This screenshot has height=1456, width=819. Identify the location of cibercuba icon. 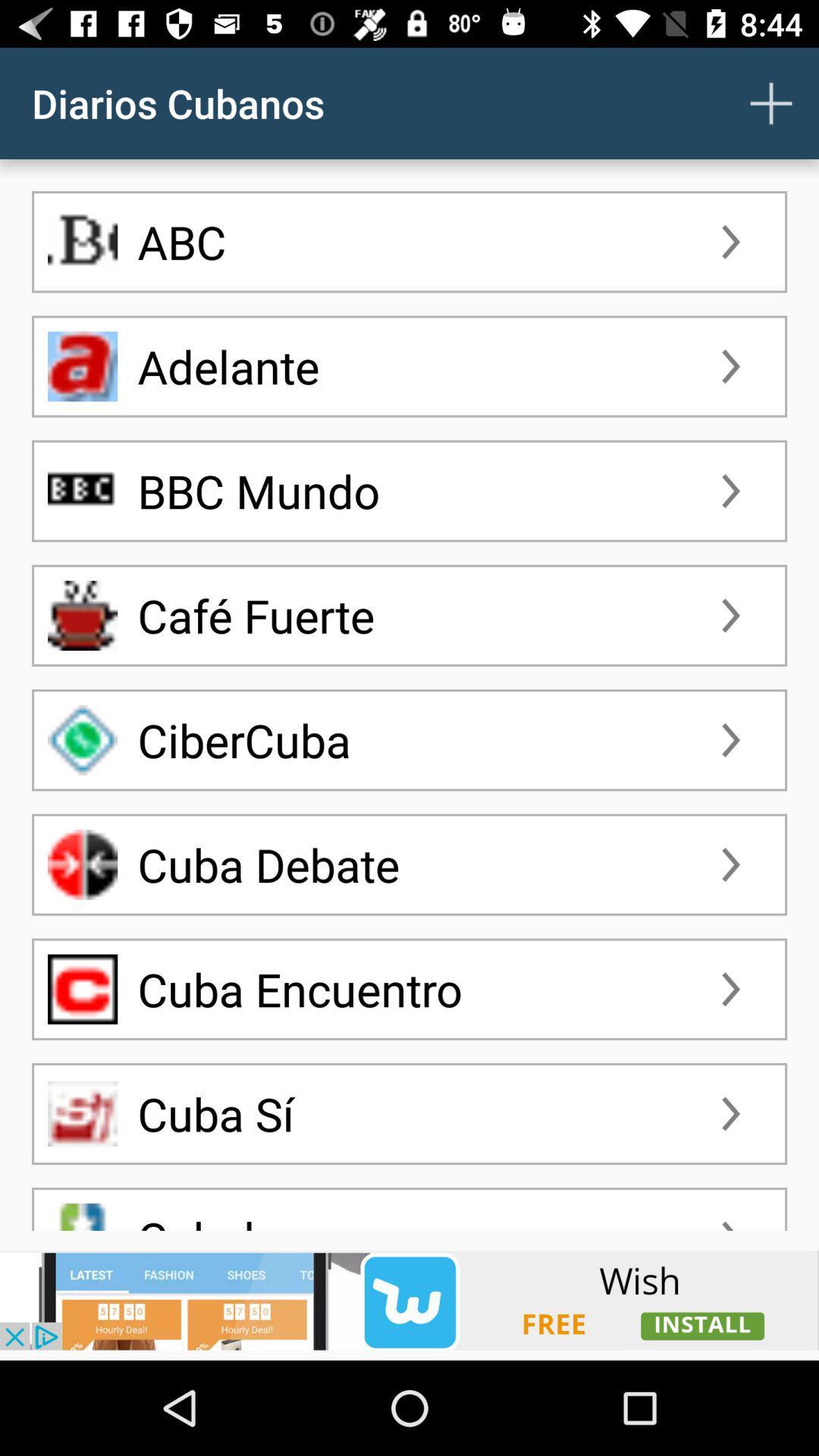
(82, 739).